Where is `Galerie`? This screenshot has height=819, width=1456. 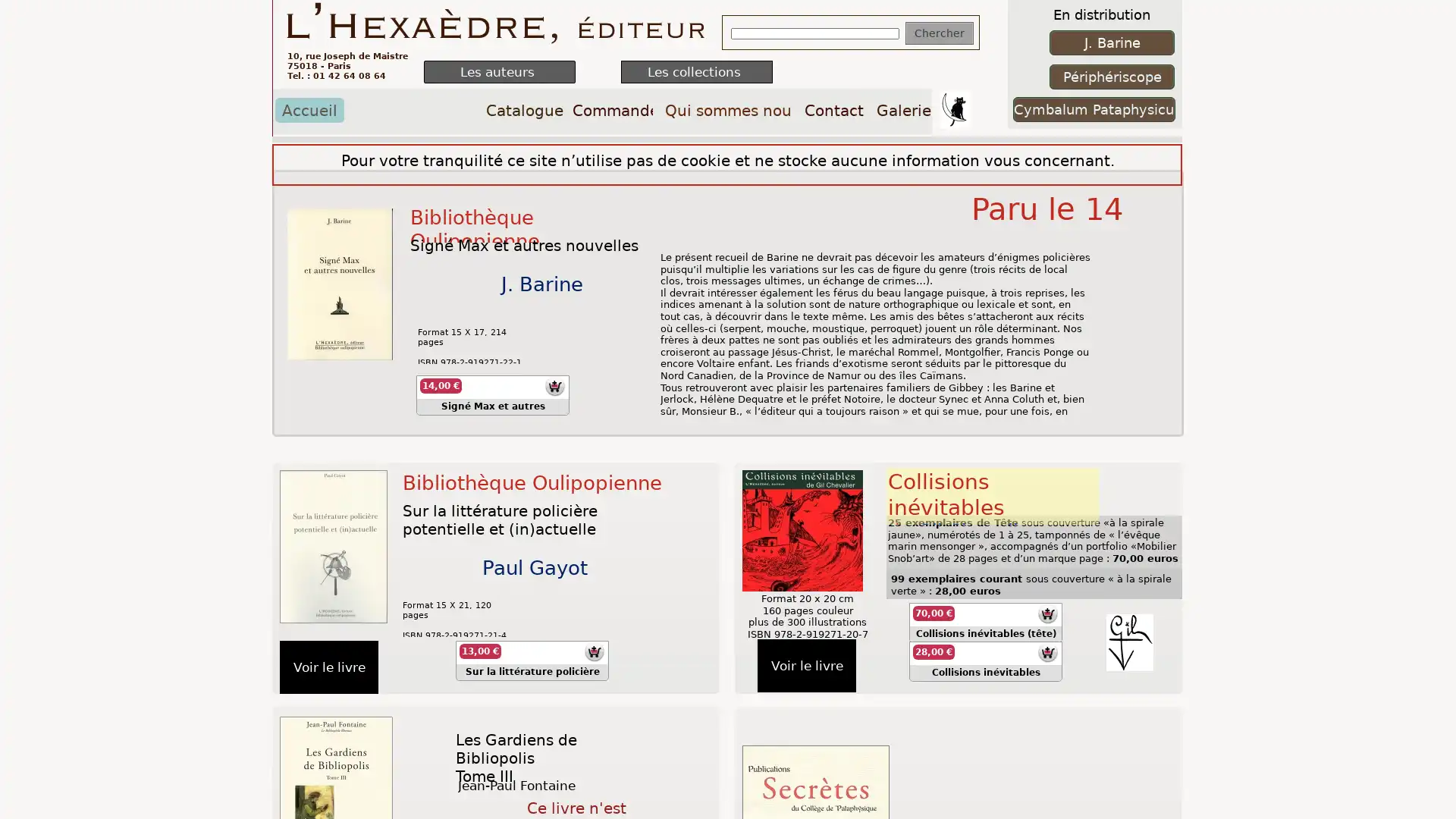 Galerie is located at coordinates (903, 109).